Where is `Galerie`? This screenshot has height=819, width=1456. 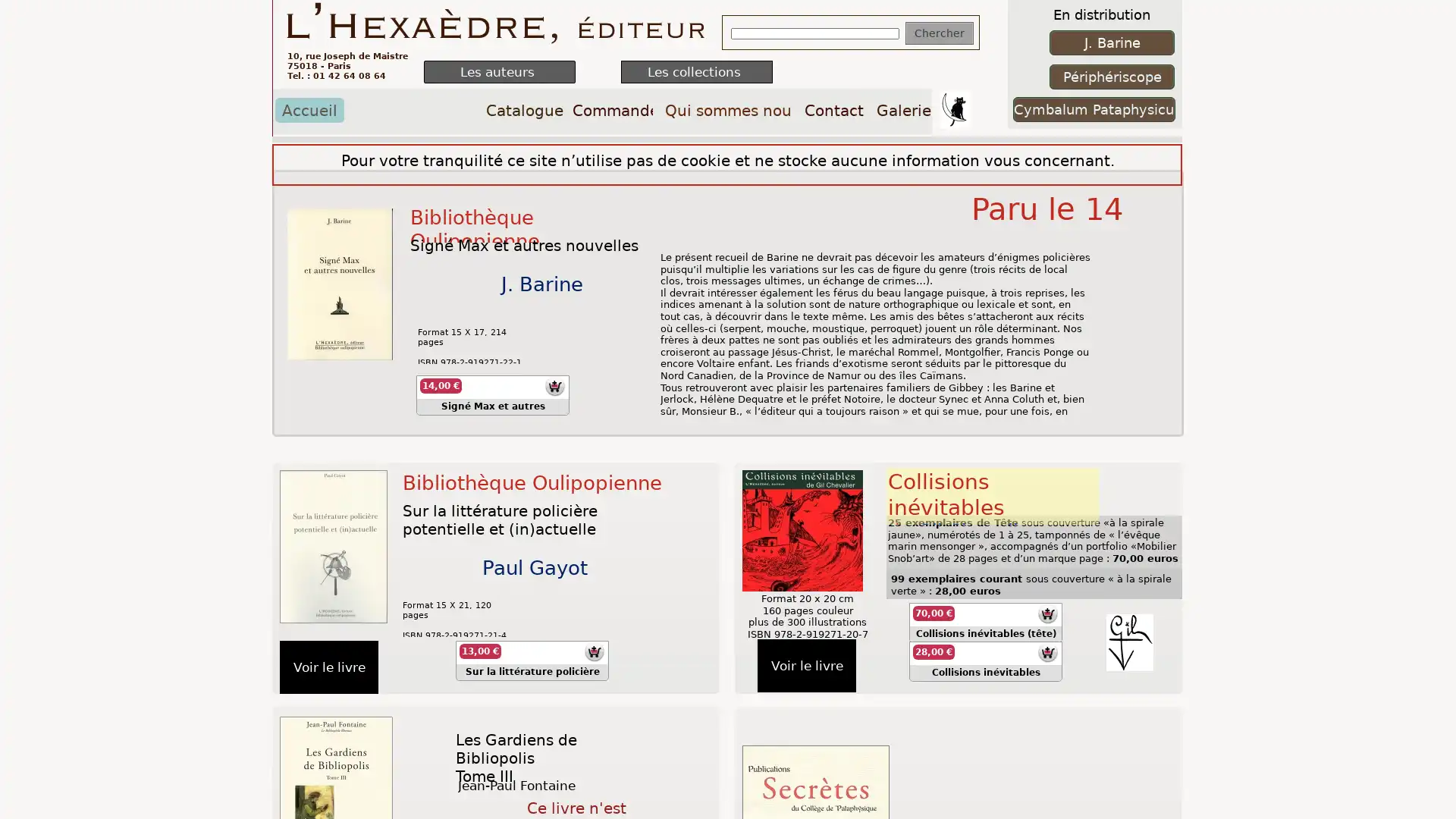 Galerie is located at coordinates (903, 109).